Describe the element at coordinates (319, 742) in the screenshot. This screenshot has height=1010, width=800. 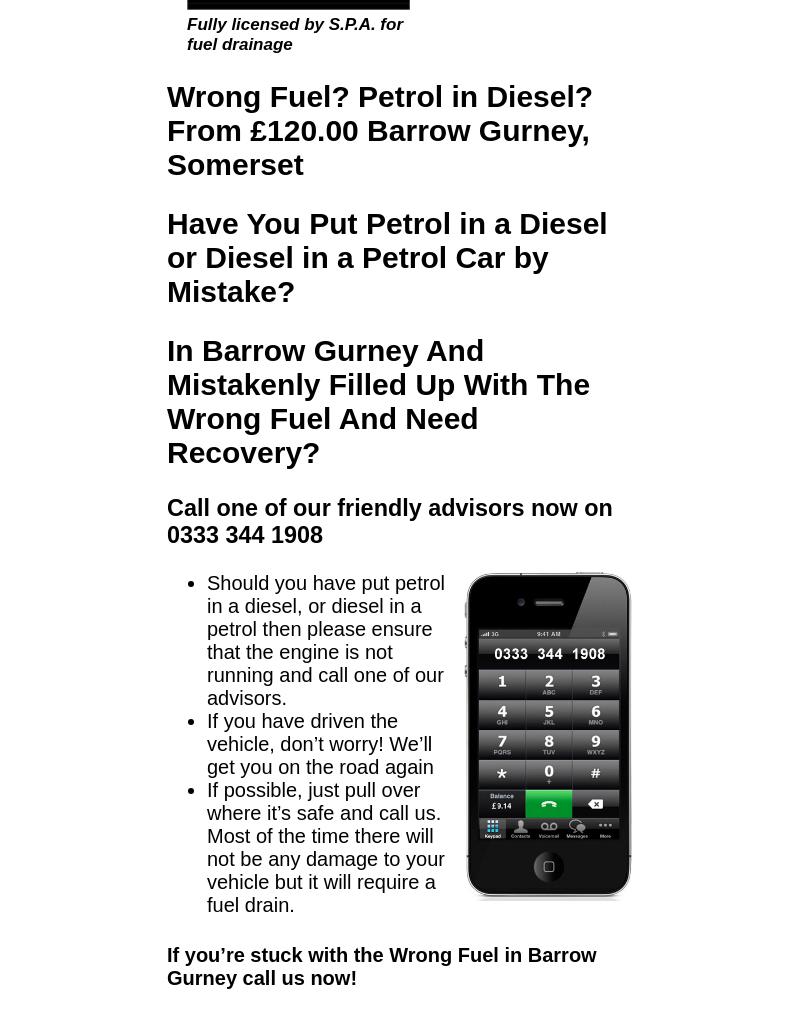
I see `'If you have driven the vehicle, don’t worry! We’ll get you on the road again'` at that location.